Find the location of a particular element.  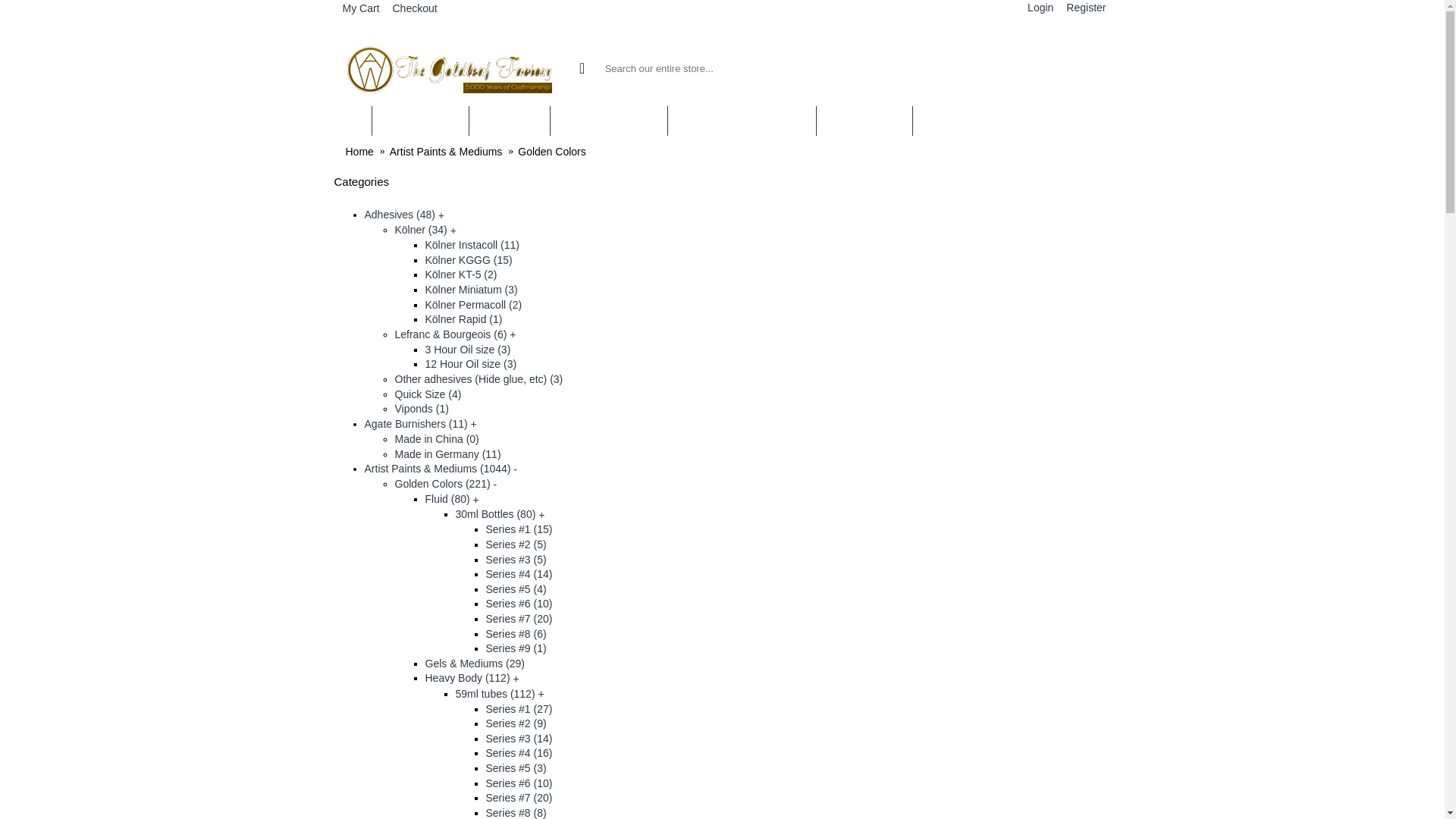

'Checkout' is located at coordinates (412, 8).